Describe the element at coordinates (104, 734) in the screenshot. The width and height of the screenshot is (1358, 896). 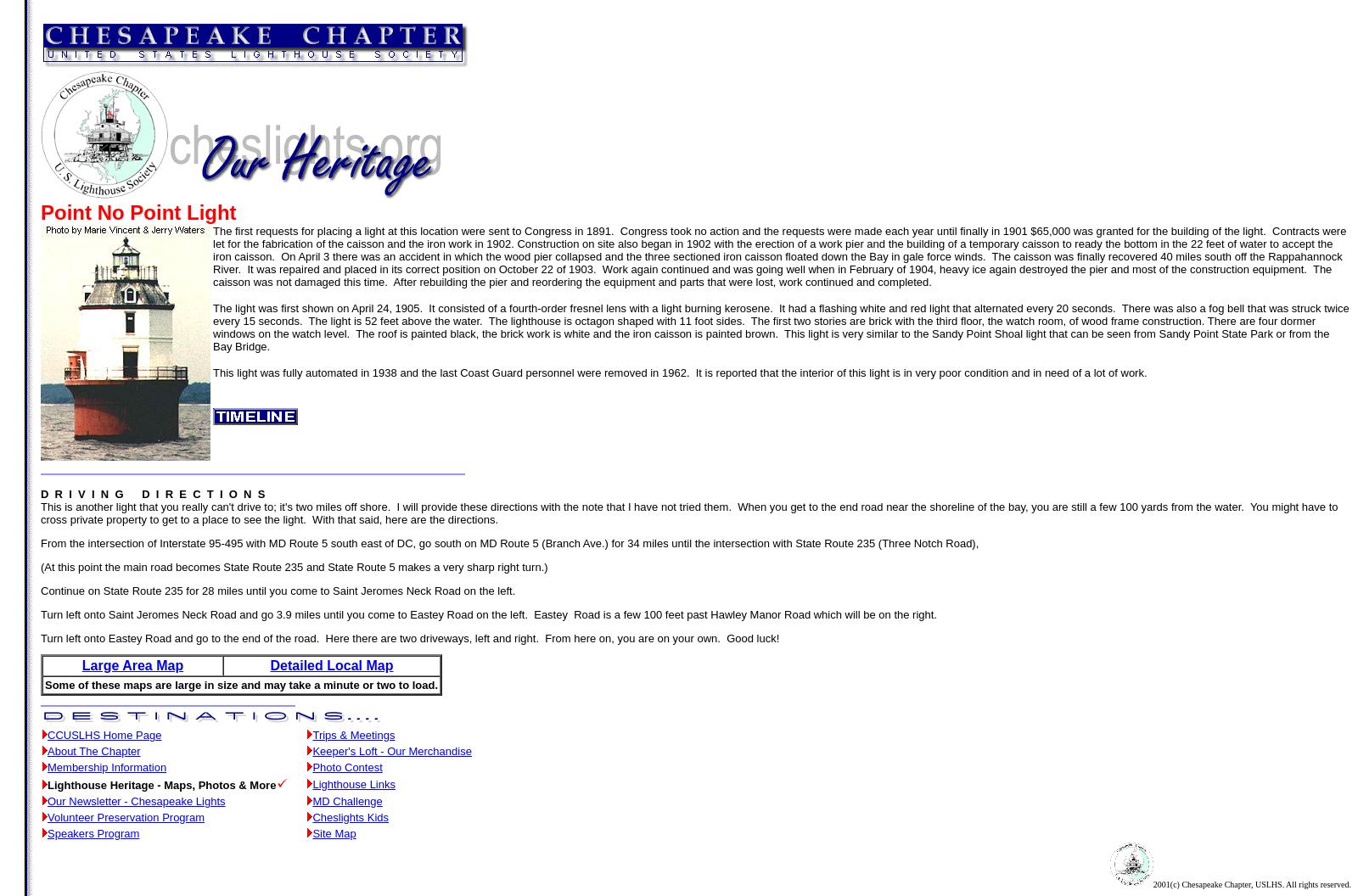
I see `'CCUSLHS 
            Home Page'` at that location.